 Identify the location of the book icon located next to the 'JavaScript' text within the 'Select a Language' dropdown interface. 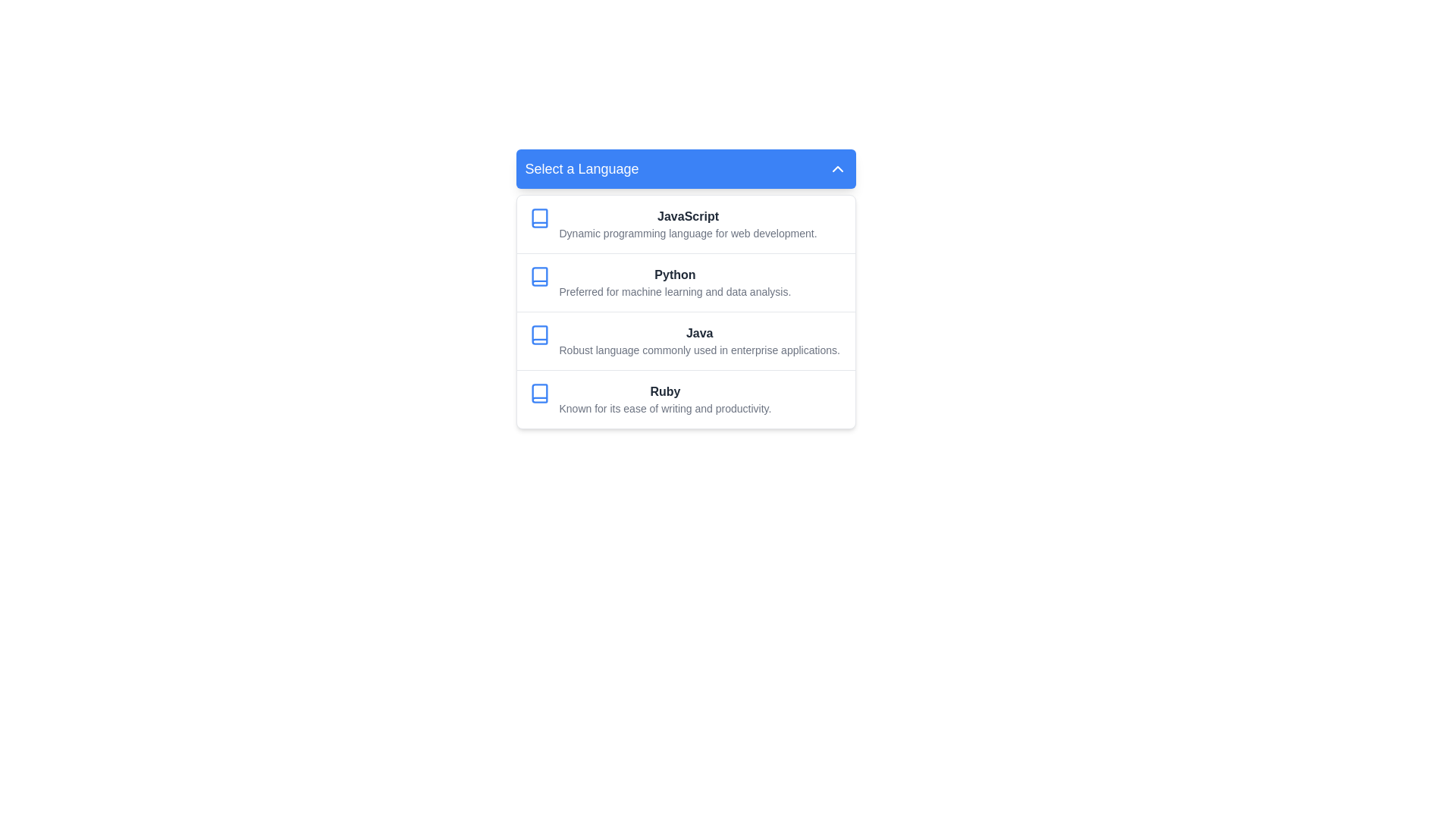
(539, 218).